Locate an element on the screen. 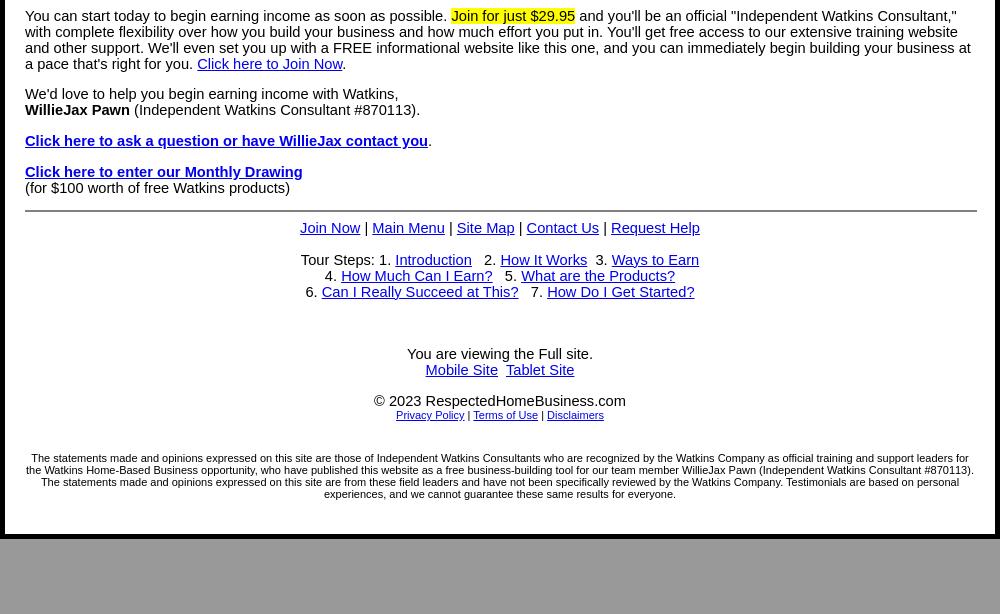  '(Independent Watkins Consultant #870113).' is located at coordinates (274, 110).